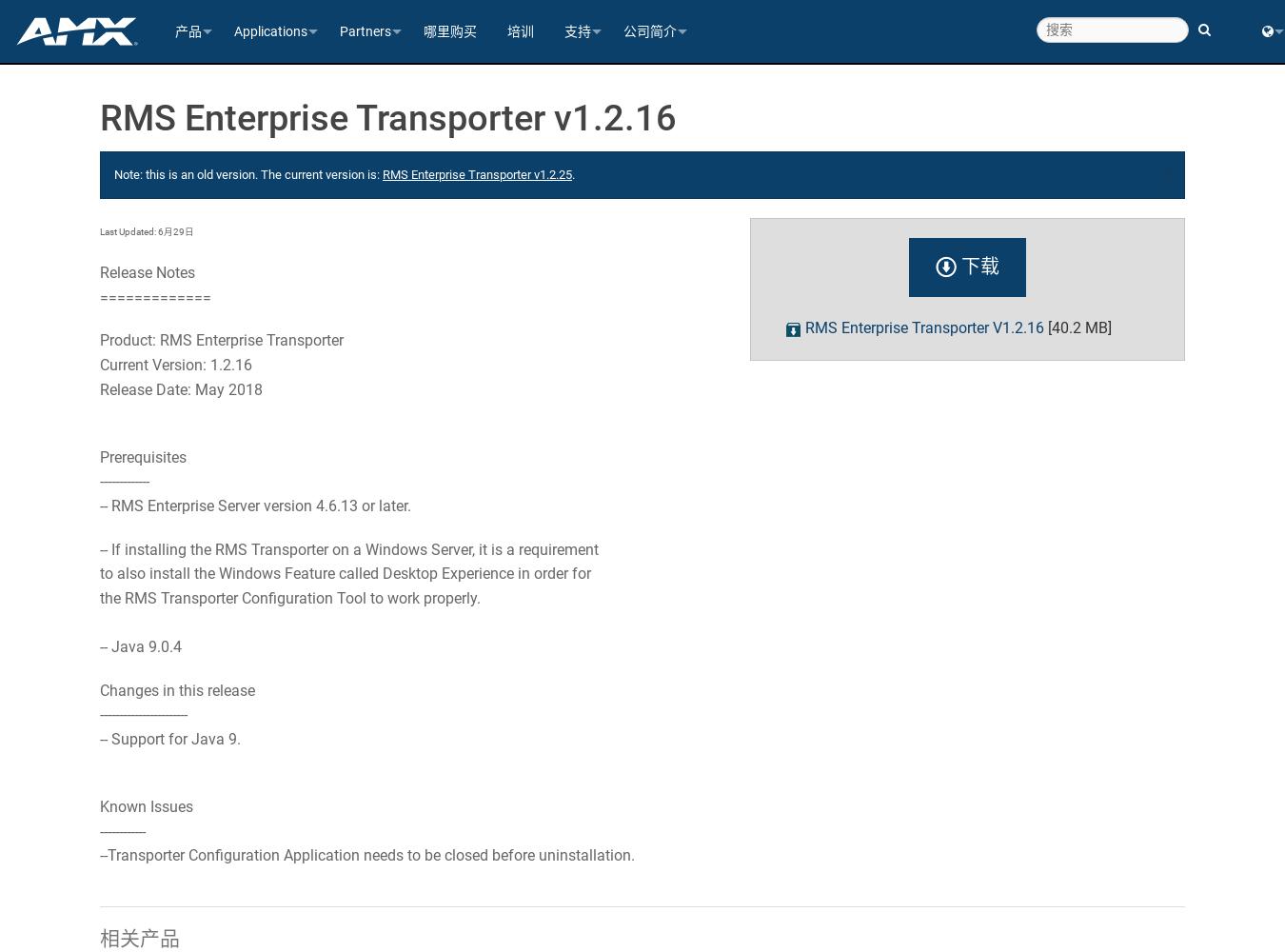  I want to click on 'Changes in this release', so click(177, 688).